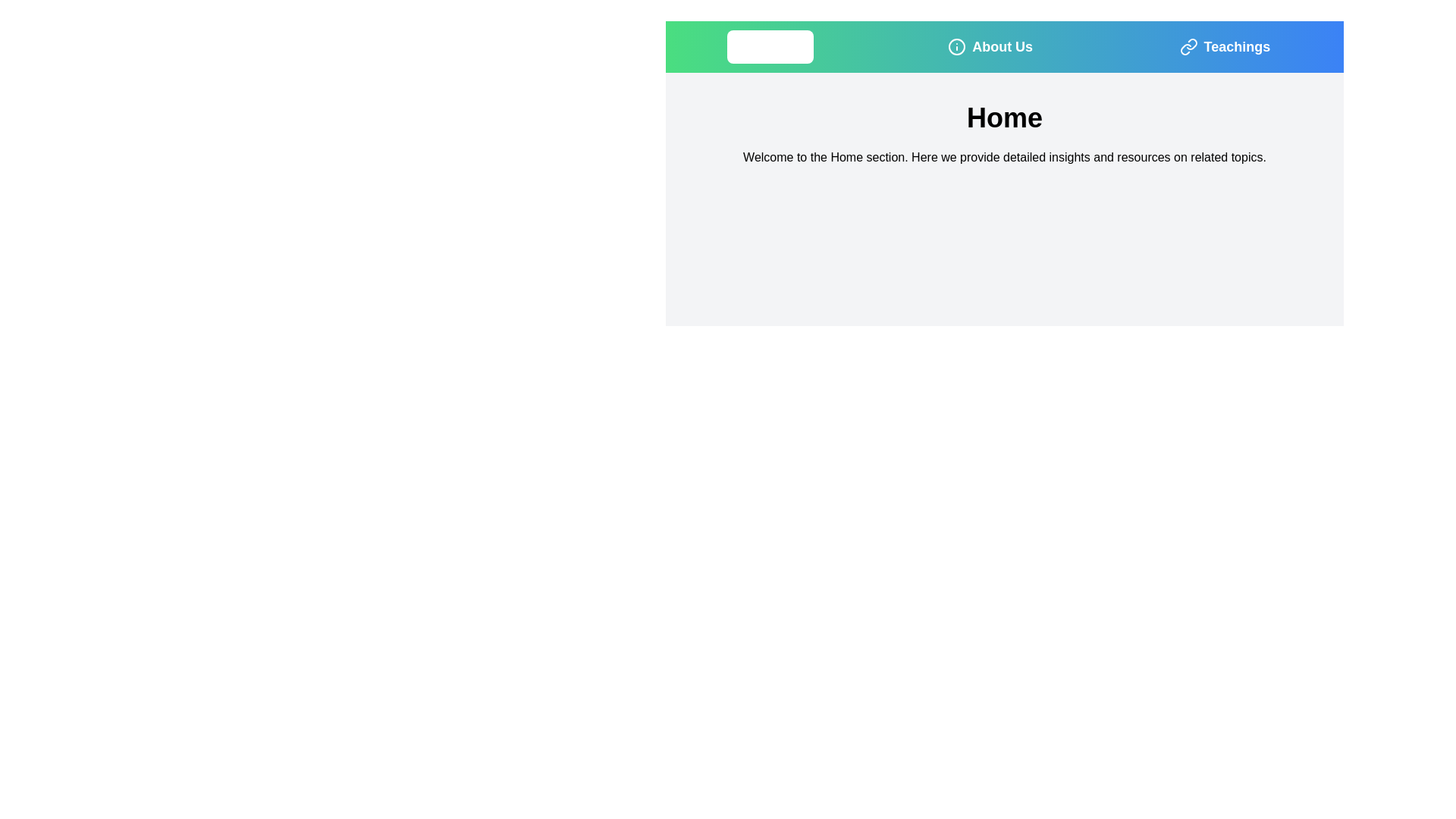  Describe the element at coordinates (956, 45) in the screenshot. I see `the central circular element of the information icon located in the top navigation bar, positioned slightly to the right of the 'About Us' text` at that location.